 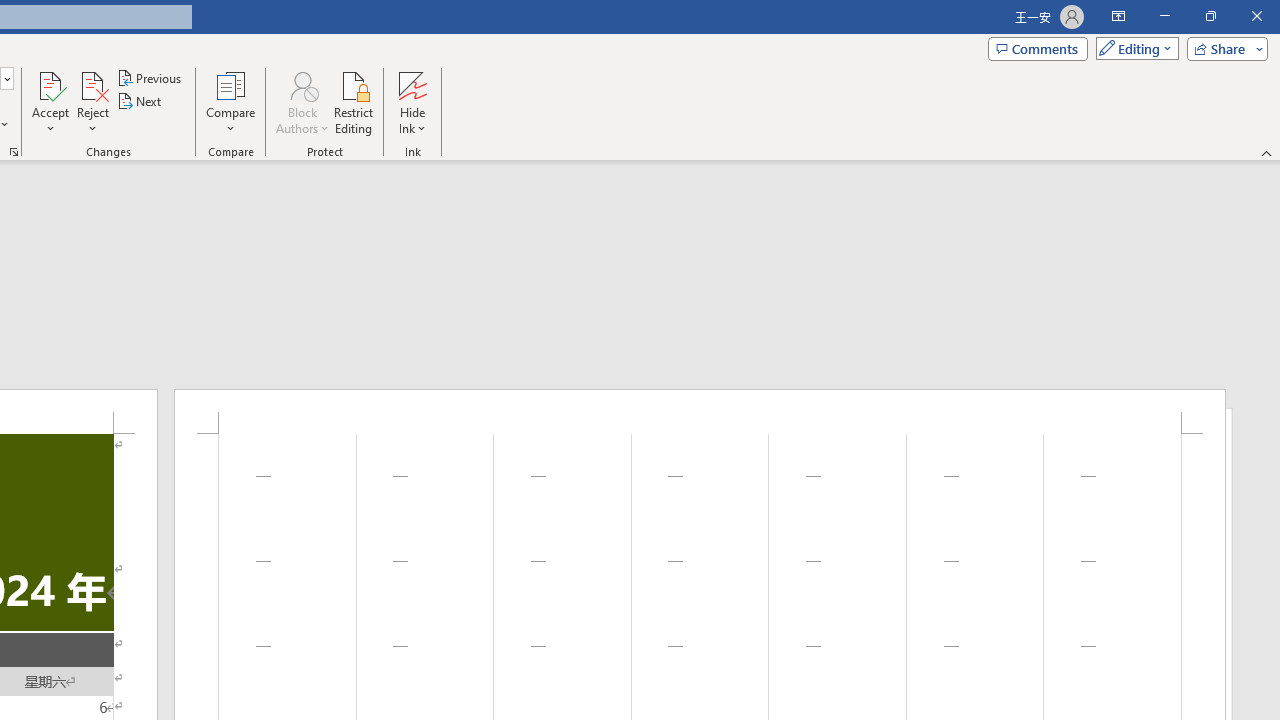 What do you see at coordinates (91, 84) in the screenshot?
I see `'Reject and Move to Next'` at bounding box center [91, 84].